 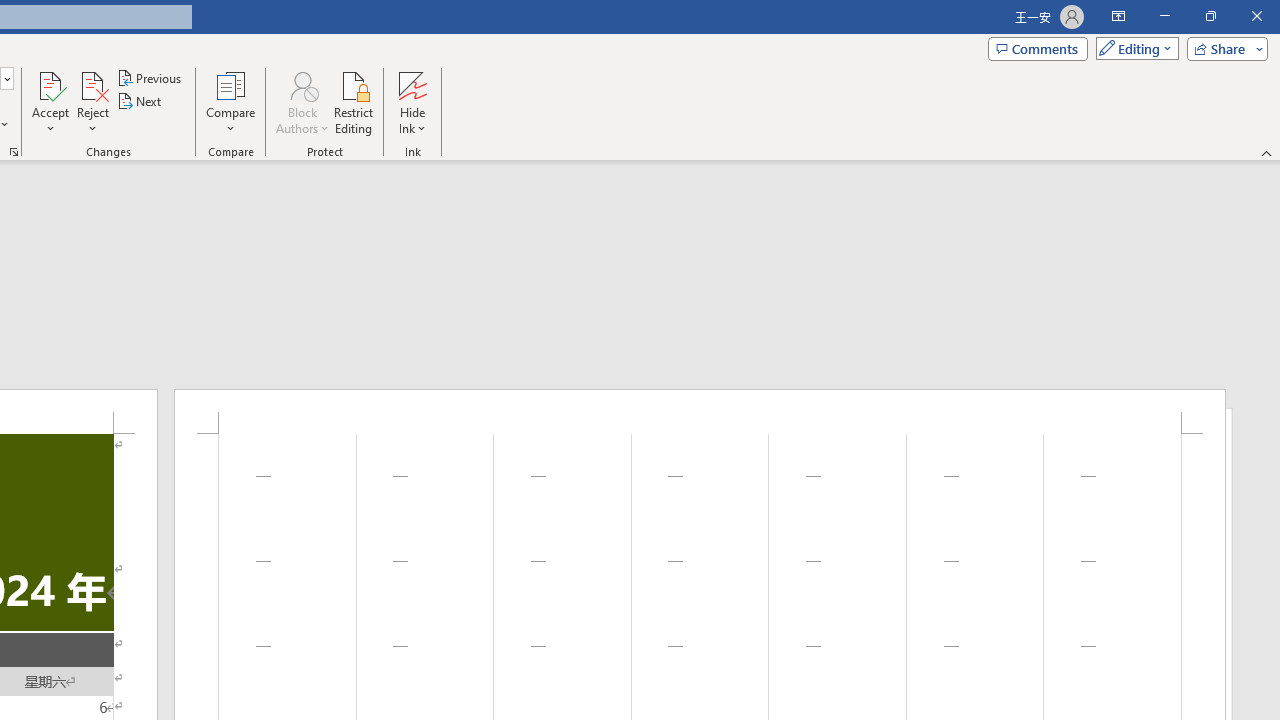 What do you see at coordinates (91, 84) in the screenshot?
I see `'Reject and Move to Next'` at bounding box center [91, 84].